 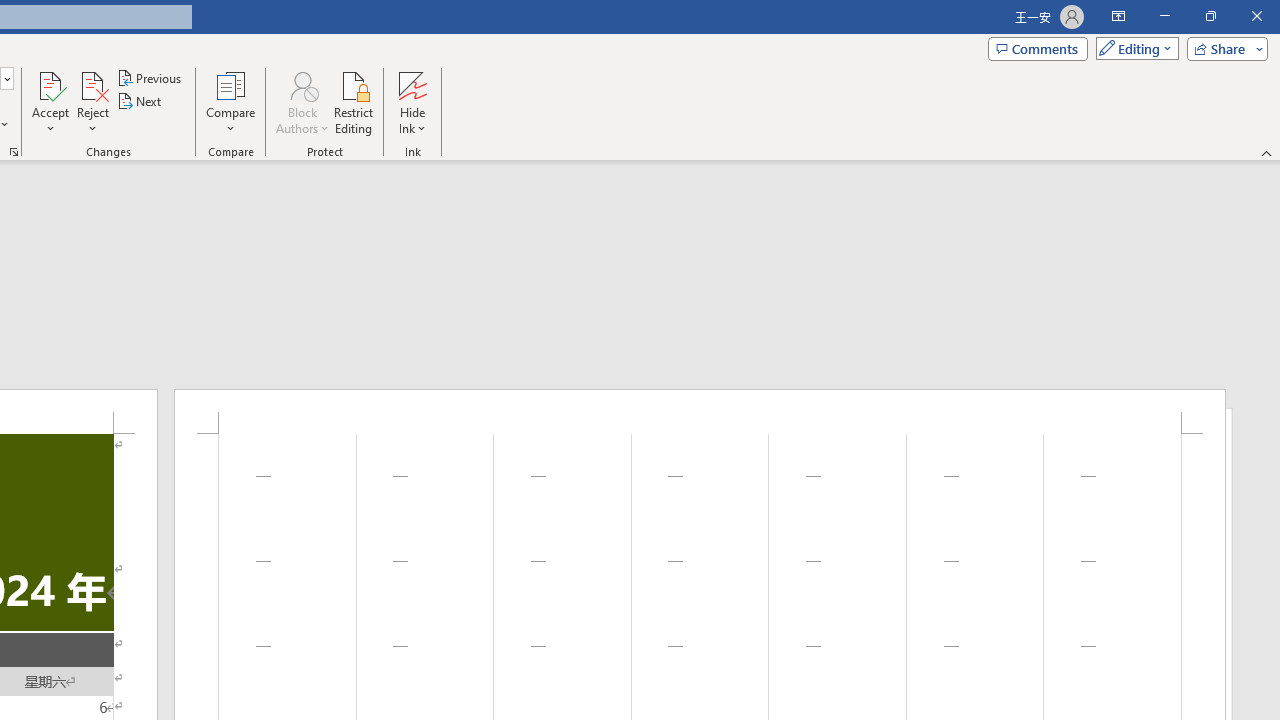 What do you see at coordinates (91, 84) in the screenshot?
I see `'Reject and Move to Next'` at bounding box center [91, 84].